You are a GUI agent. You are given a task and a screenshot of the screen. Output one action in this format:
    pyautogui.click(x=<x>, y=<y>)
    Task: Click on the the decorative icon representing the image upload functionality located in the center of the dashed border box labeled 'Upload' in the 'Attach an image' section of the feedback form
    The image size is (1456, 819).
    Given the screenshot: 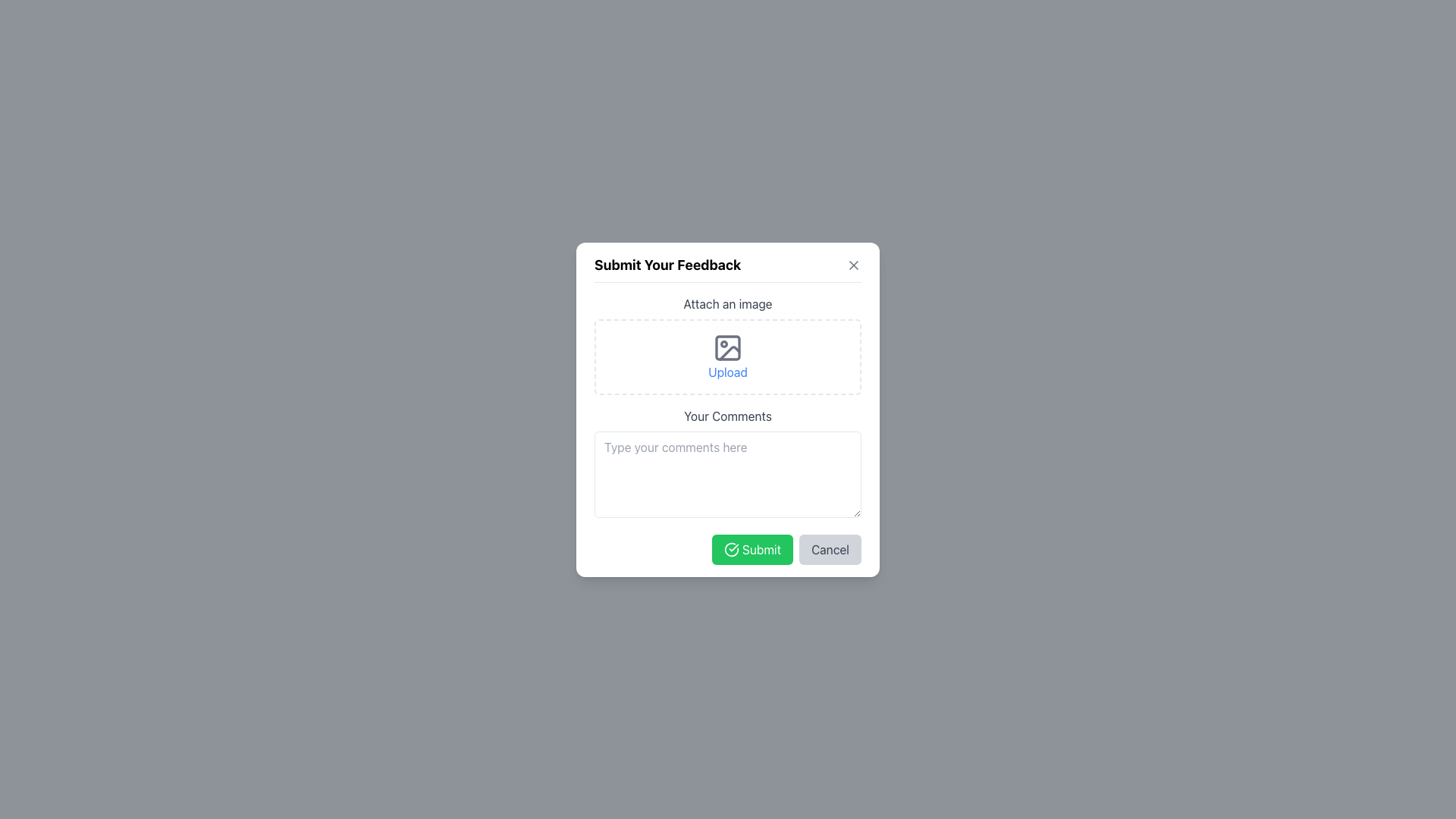 What is the action you would take?
    pyautogui.click(x=728, y=347)
    